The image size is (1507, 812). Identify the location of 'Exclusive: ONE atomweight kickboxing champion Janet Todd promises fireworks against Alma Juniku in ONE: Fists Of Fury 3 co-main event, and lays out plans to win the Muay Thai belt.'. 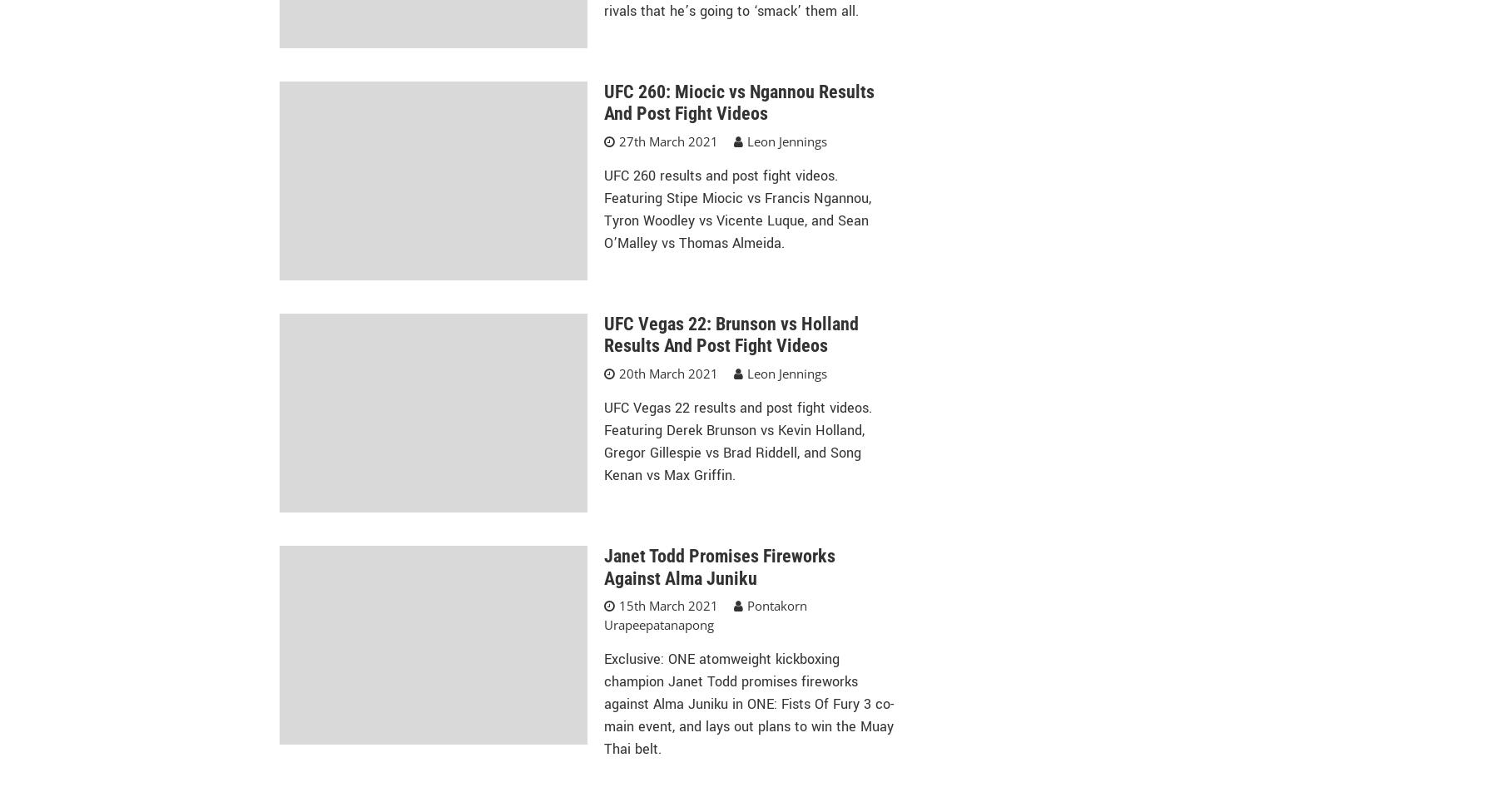
(602, 704).